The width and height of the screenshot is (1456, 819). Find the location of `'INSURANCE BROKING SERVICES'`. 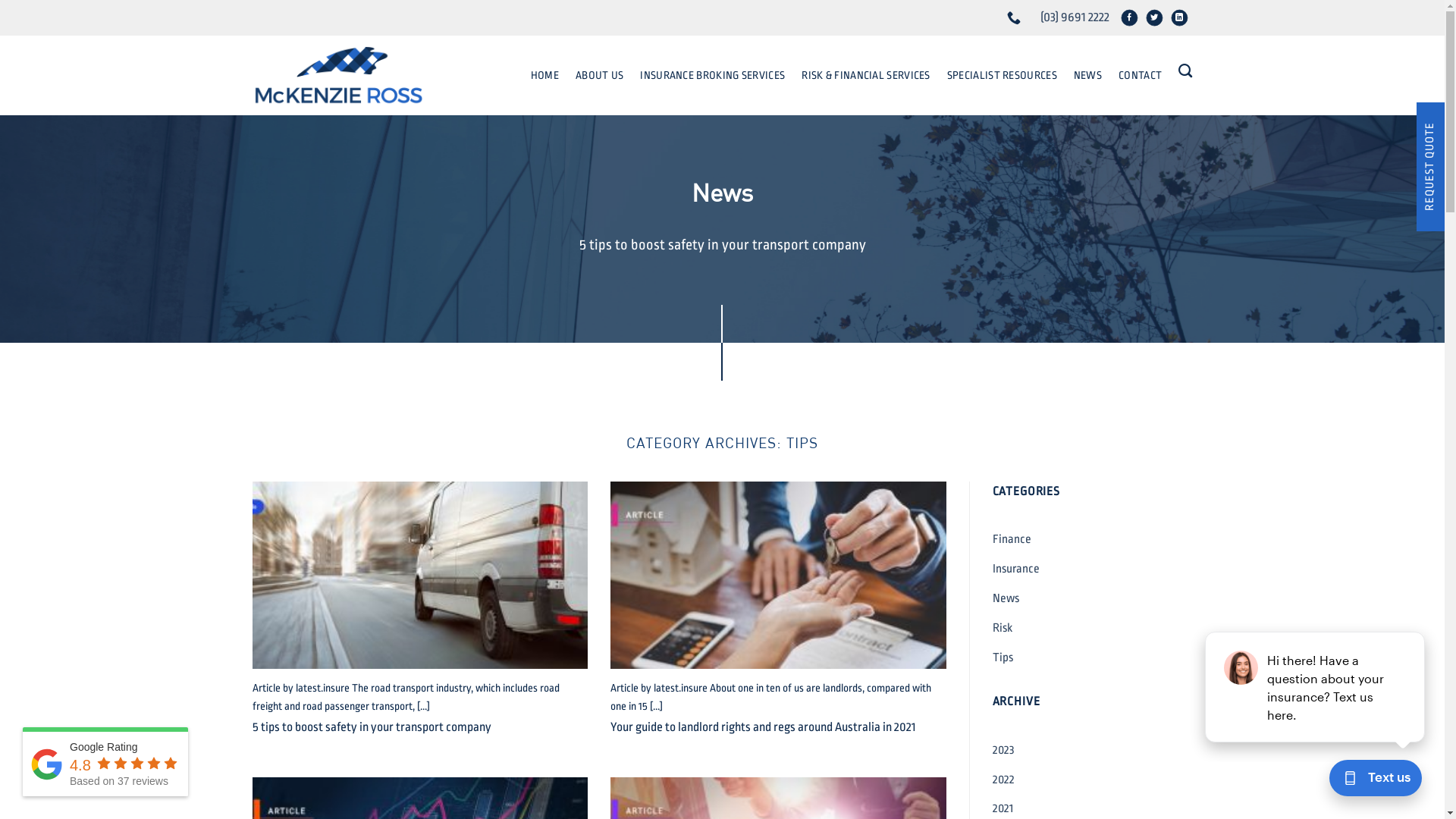

'INSURANCE BROKING SERVICES' is located at coordinates (711, 75).